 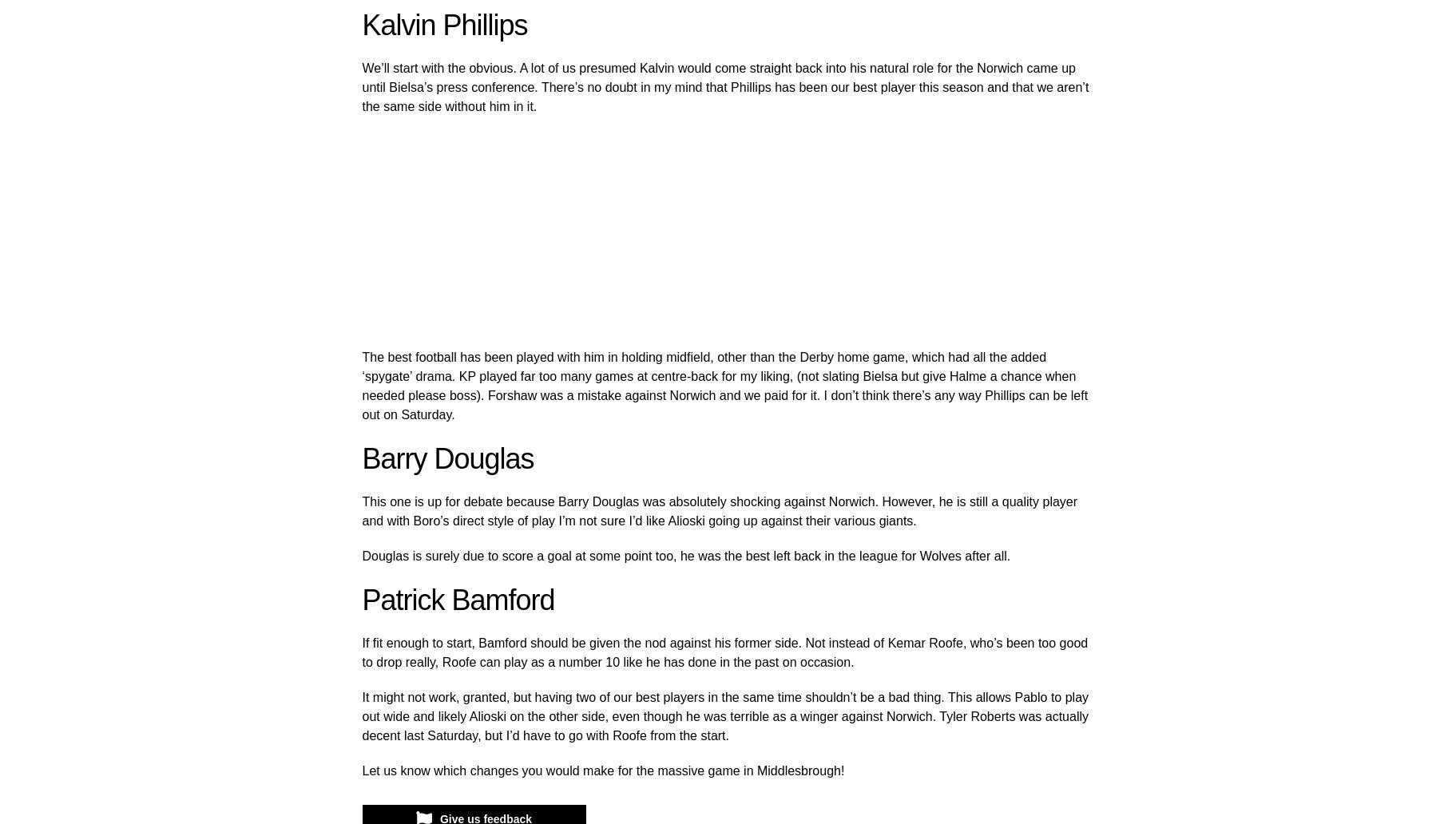 What do you see at coordinates (362, 458) in the screenshot?
I see `'Barry Douglas'` at bounding box center [362, 458].